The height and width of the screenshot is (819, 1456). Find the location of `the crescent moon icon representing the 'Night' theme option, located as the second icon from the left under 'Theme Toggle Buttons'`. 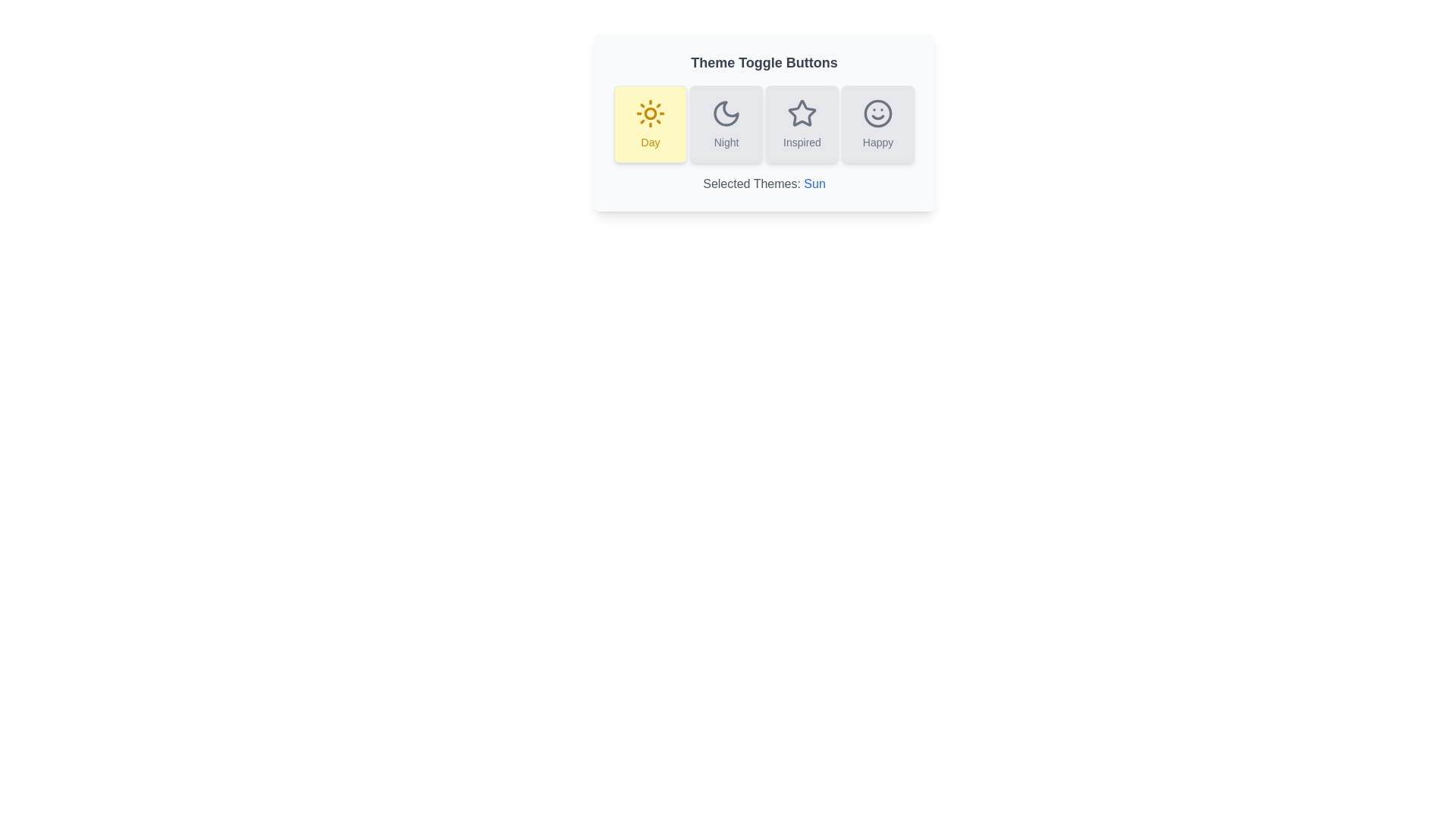

the crescent moon icon representing the 'Night' theme option, located as the second icon from the left under 'Theme Toggle Buttons' is located at coordinates (726, 113).